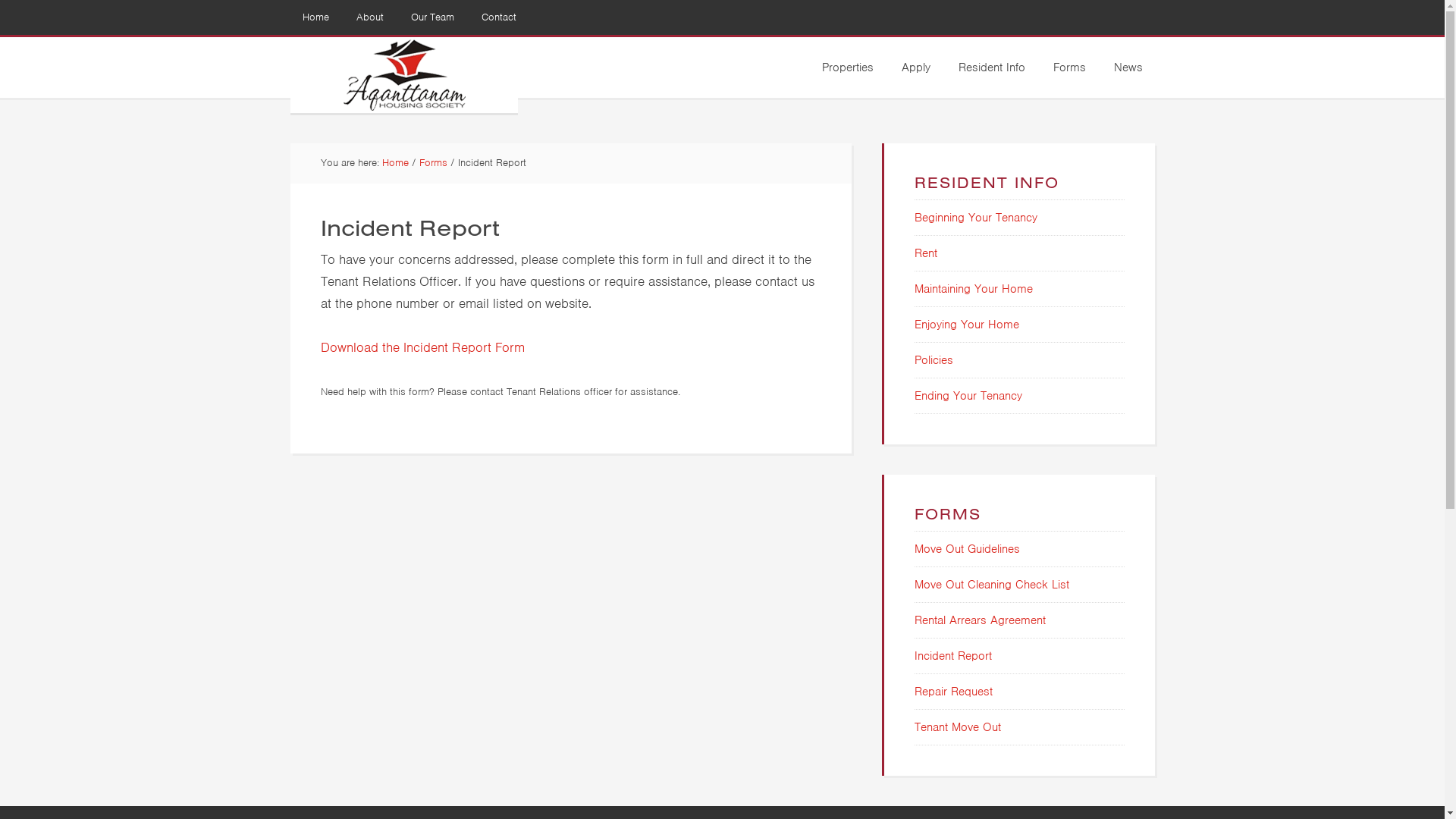 Image resolution: width=1456 pixels, height=819 pixels. I want to click on 'Policies', so click(933, 359).